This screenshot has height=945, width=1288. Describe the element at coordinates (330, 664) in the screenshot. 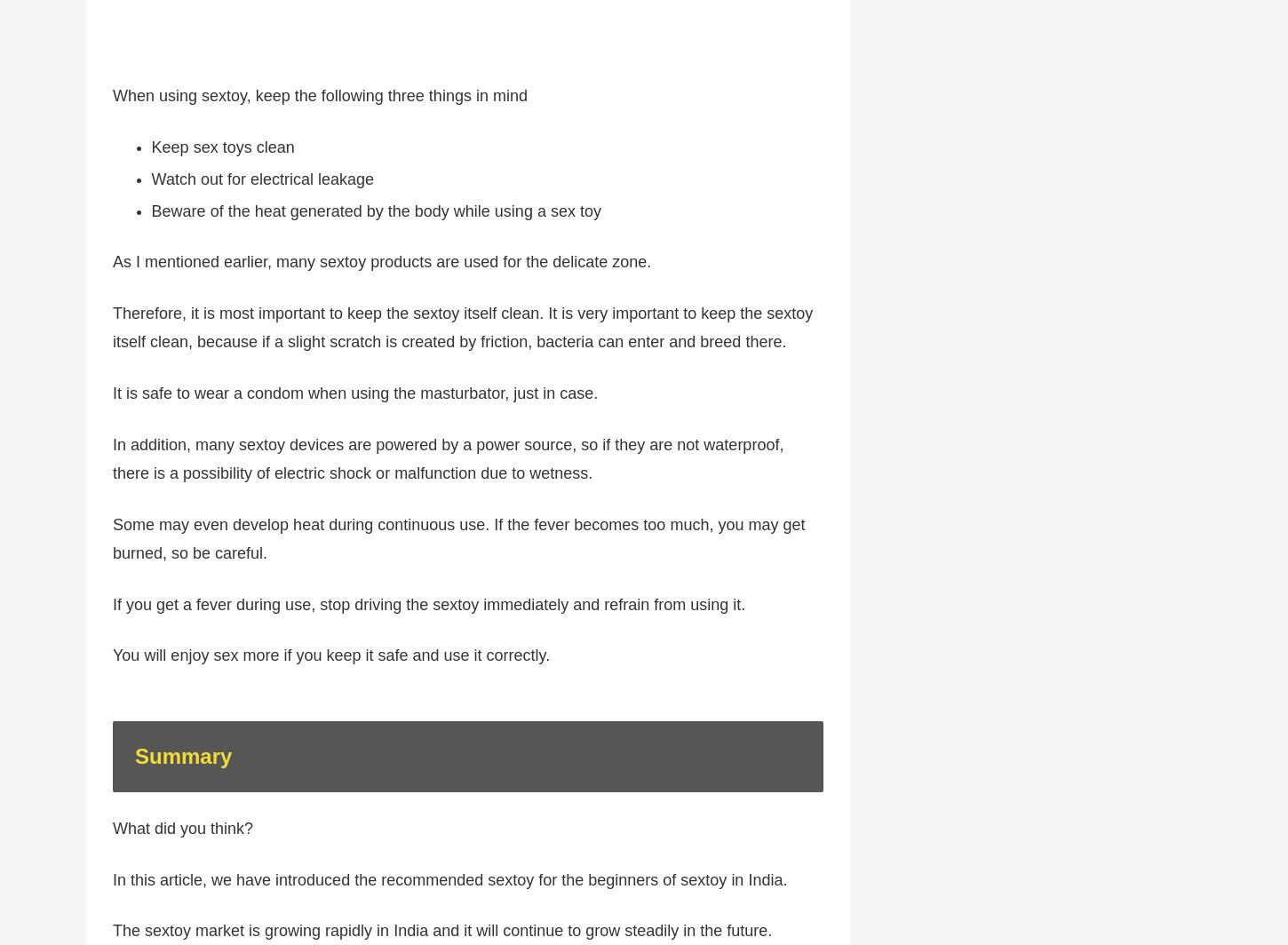

I see `'You will enjoy sex more if you keep it safe and use it correctly.'` at that location.